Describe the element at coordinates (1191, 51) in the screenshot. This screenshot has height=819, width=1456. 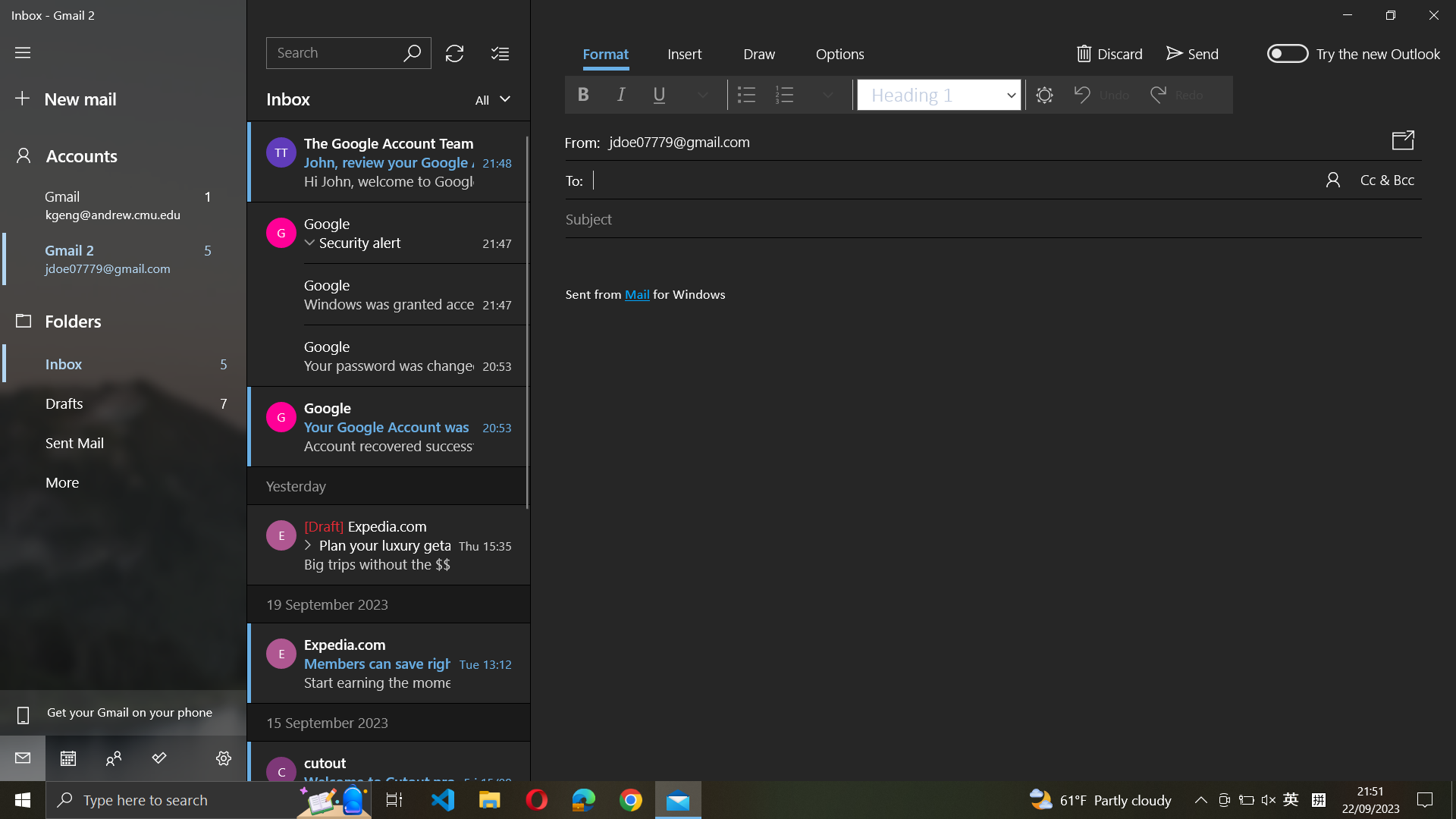
I see `Dispatch an email` at that location.